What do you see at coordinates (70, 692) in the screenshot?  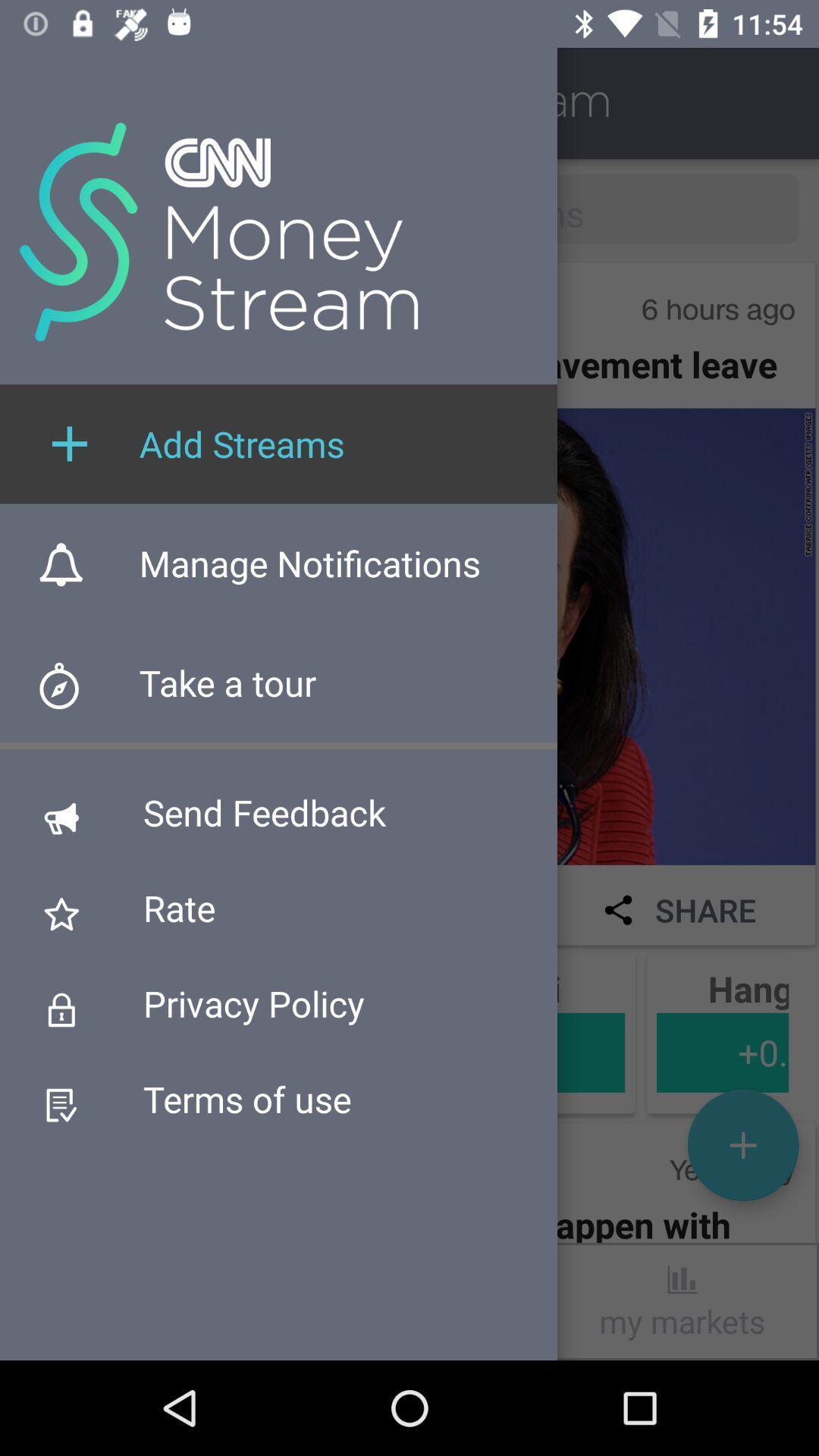 I see `the icon beside take a tour` at bounding box center [70, 692].